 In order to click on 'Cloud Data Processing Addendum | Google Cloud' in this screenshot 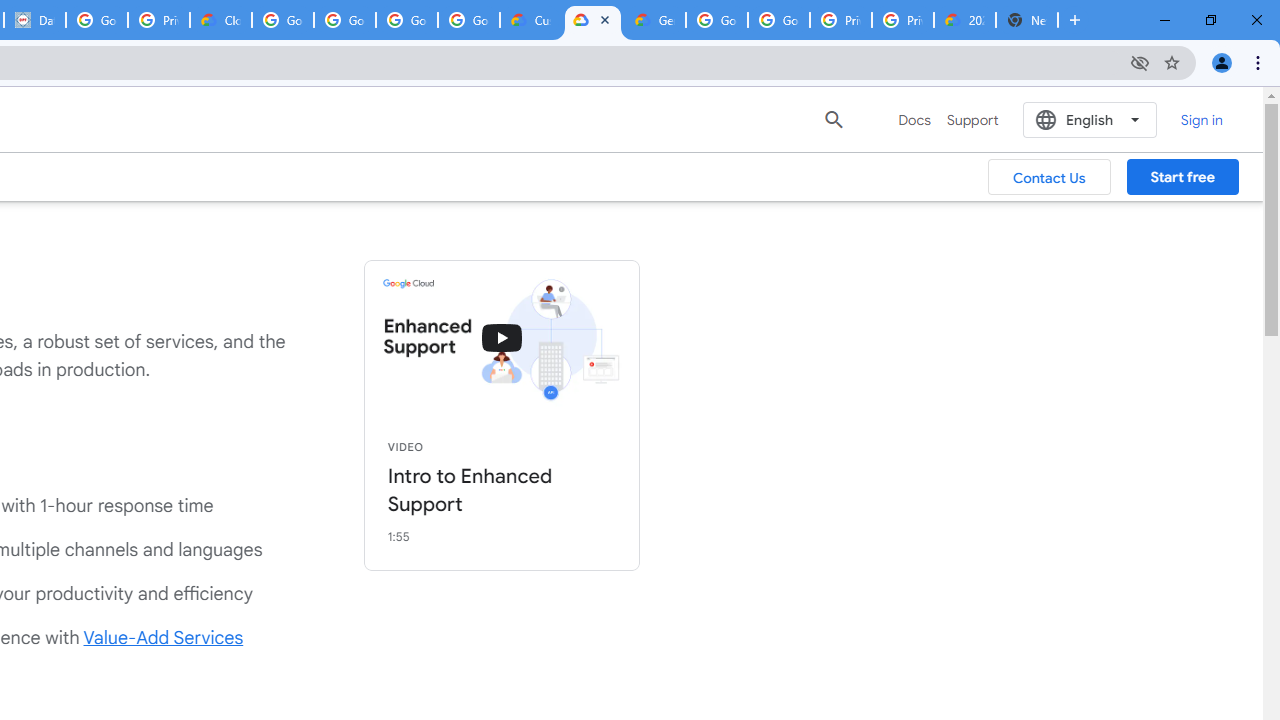, I will do `click(220, 20)`.